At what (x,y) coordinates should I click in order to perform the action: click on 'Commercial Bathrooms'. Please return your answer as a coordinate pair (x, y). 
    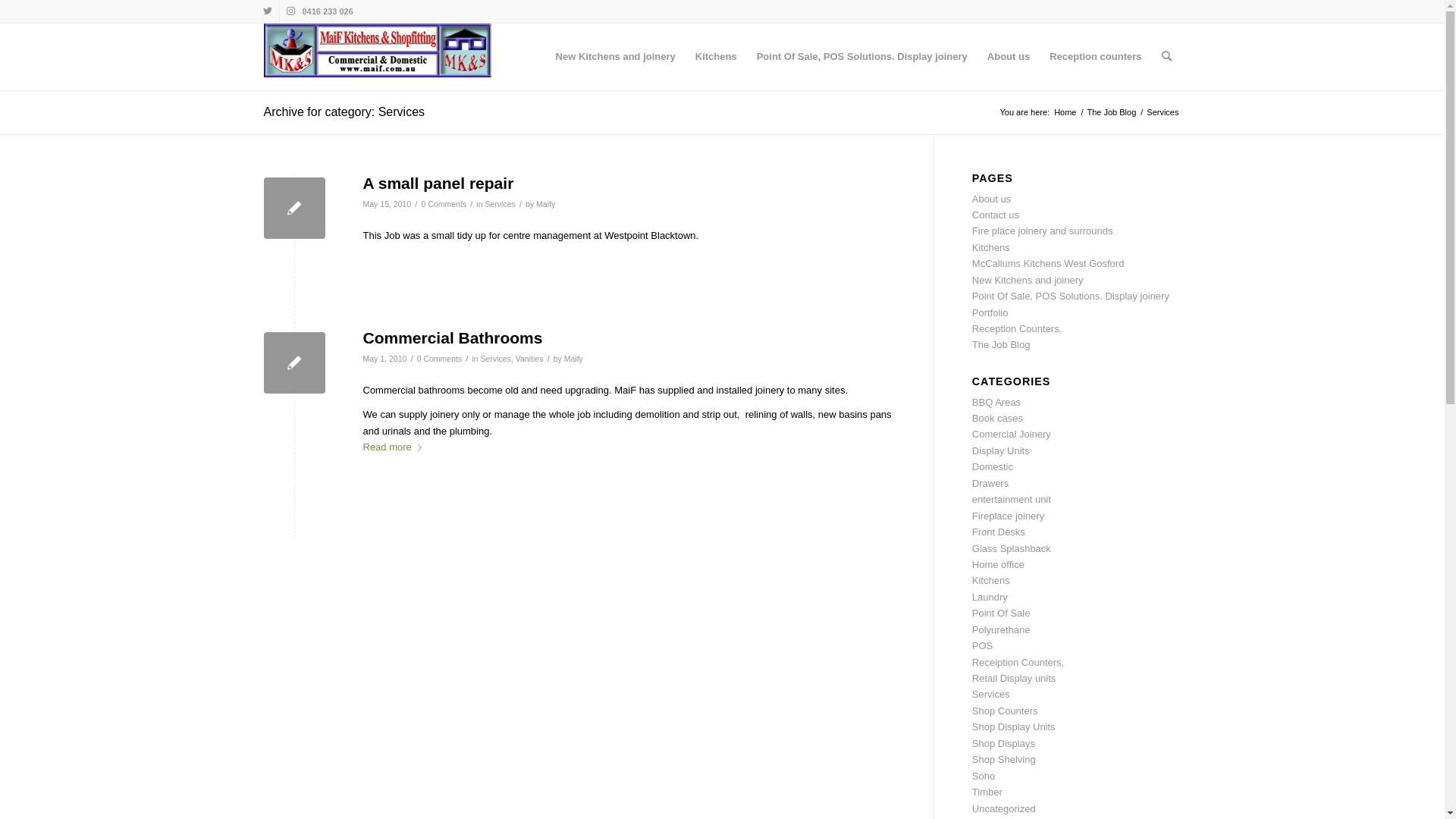
    Looking at the image, I should click on (451, 337).